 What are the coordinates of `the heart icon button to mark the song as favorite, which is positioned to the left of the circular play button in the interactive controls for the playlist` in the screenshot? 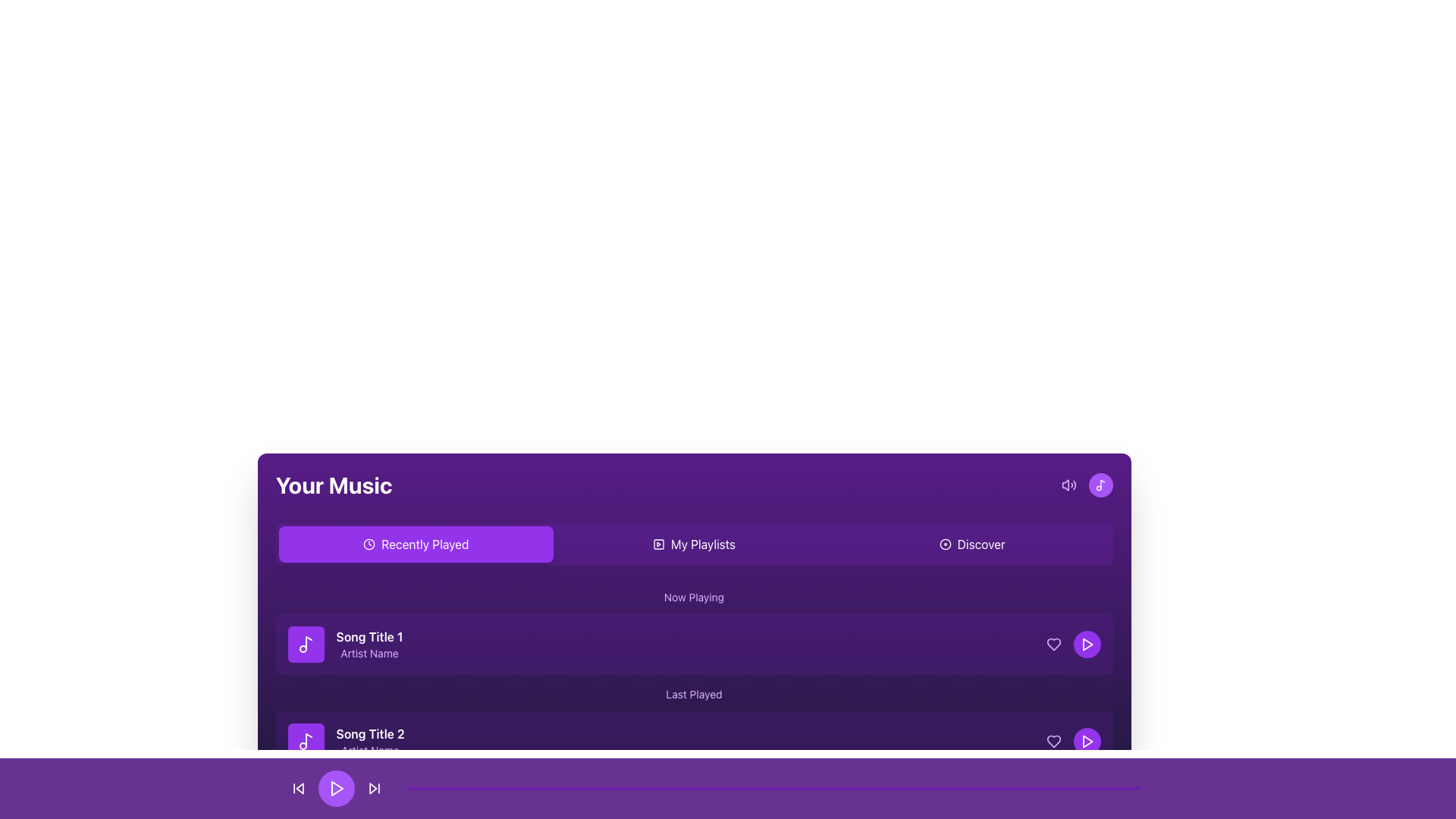 It's located at (1053, 741).